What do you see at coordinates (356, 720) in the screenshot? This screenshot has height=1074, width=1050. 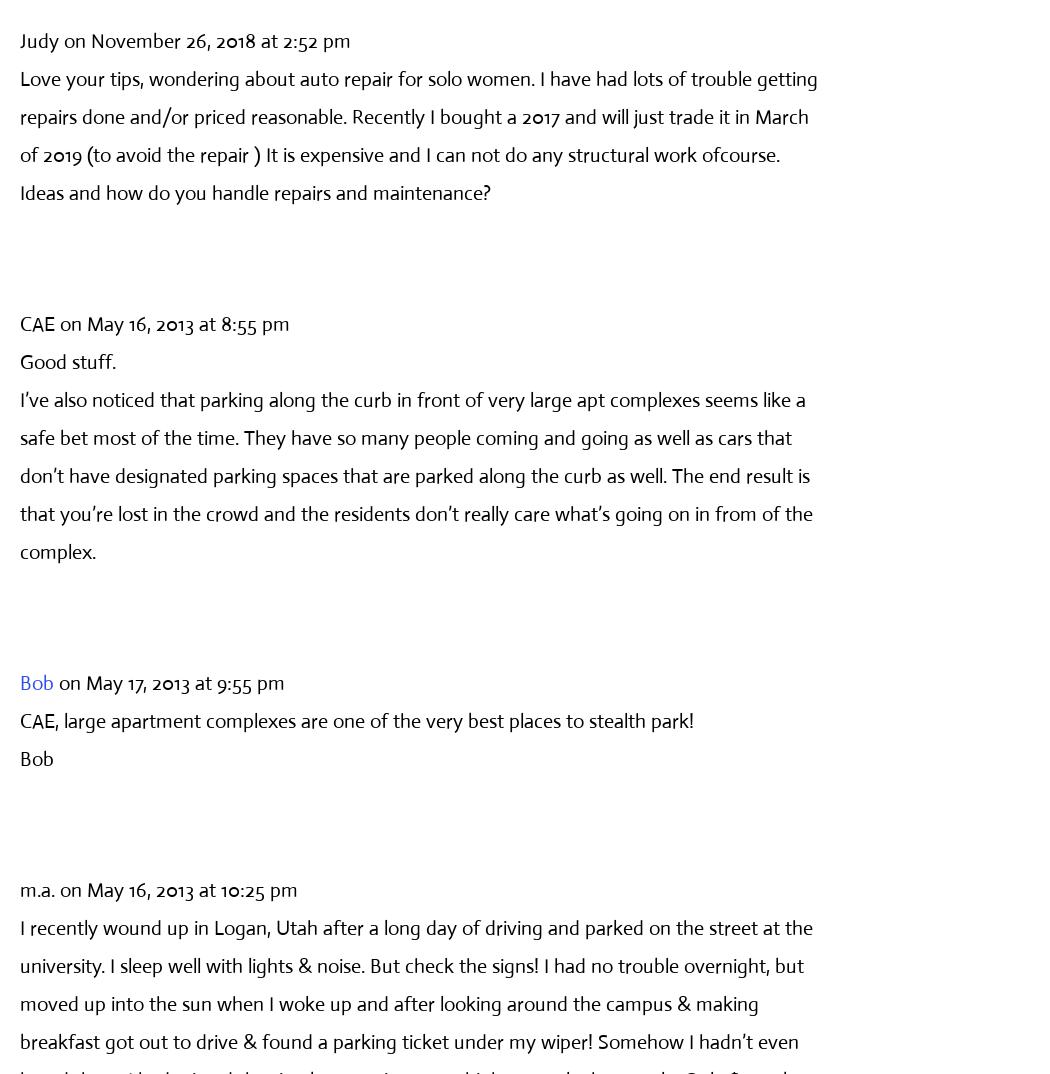 I see `'CAE, large apartment complexes are one of the very best places to stealth park!'` at bounding box center [356, 720].